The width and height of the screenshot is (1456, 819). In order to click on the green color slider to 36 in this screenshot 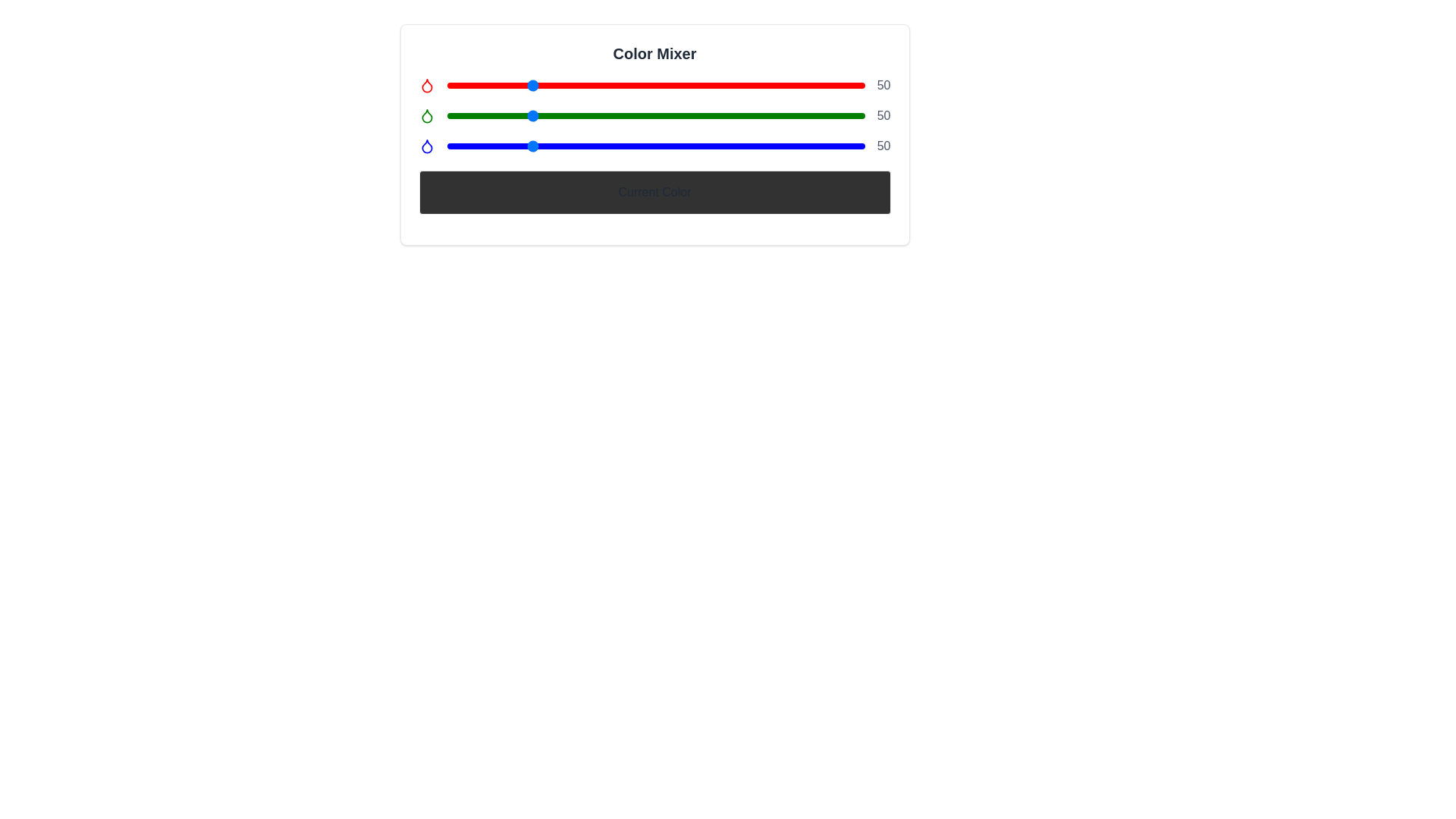, I will do `click(506, 115)`.